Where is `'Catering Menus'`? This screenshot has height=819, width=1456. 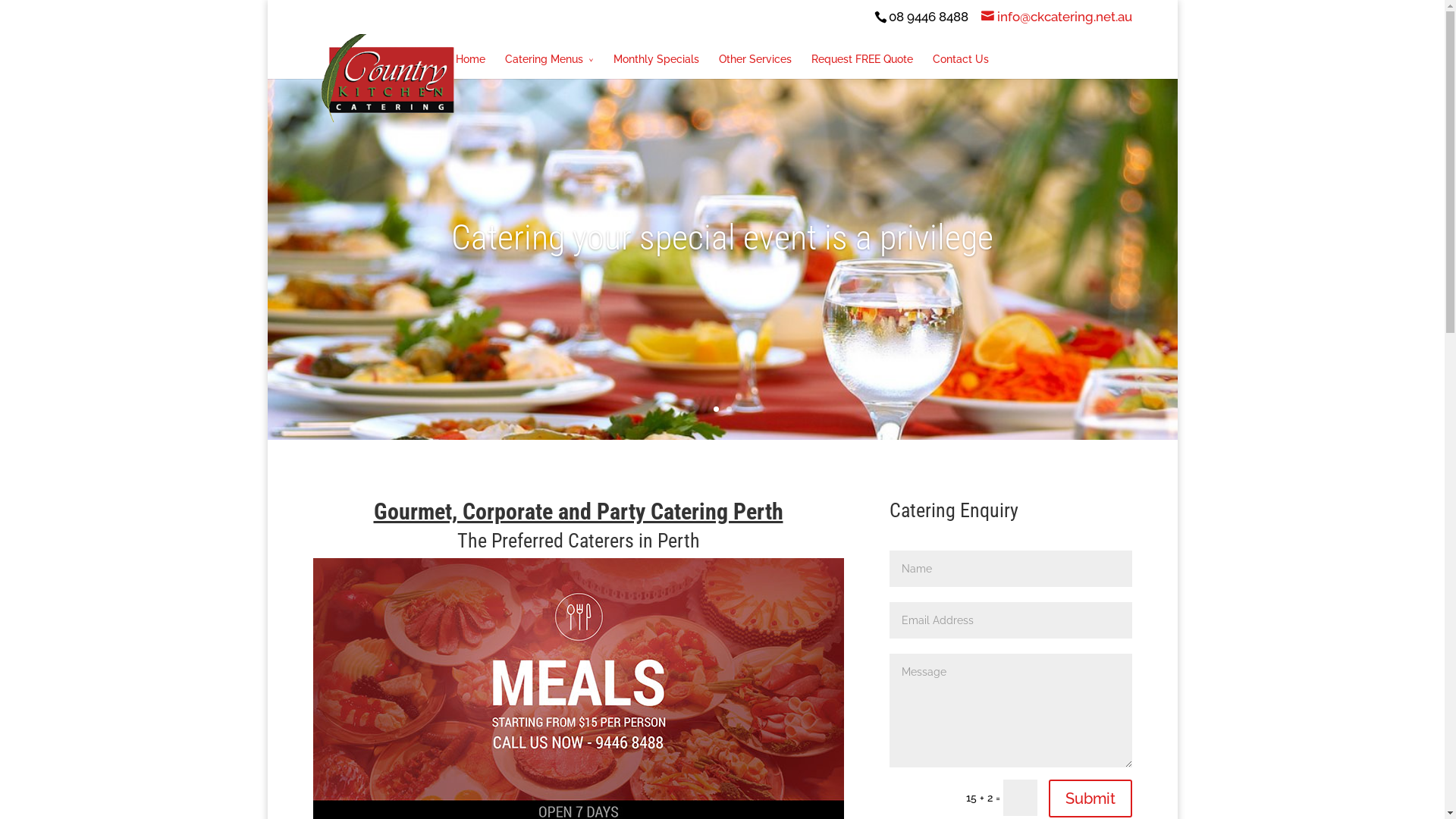 'Catering Menus' is located at coordinates (548, 64).